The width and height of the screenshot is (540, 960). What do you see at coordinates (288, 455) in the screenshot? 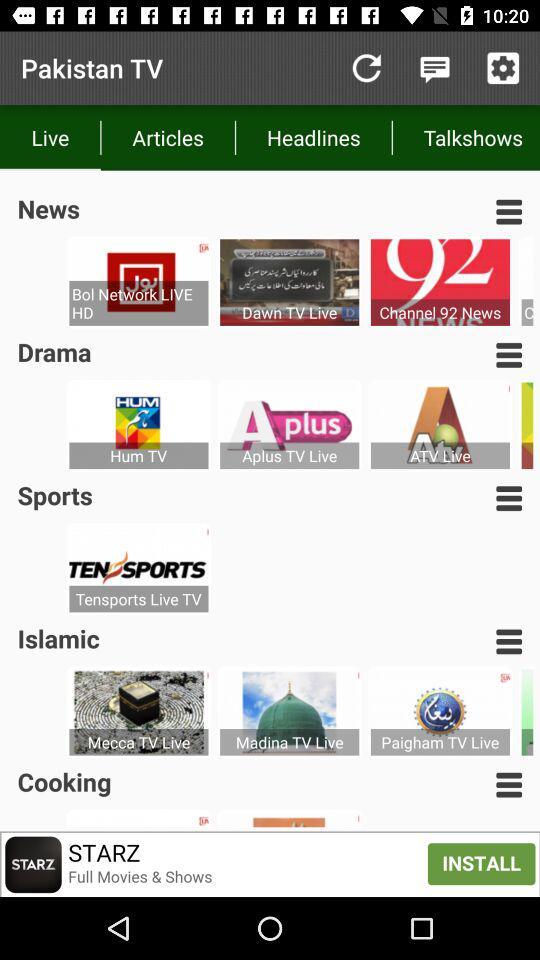
I see `the aplus tv live icon` at bounding box center [288, 455].